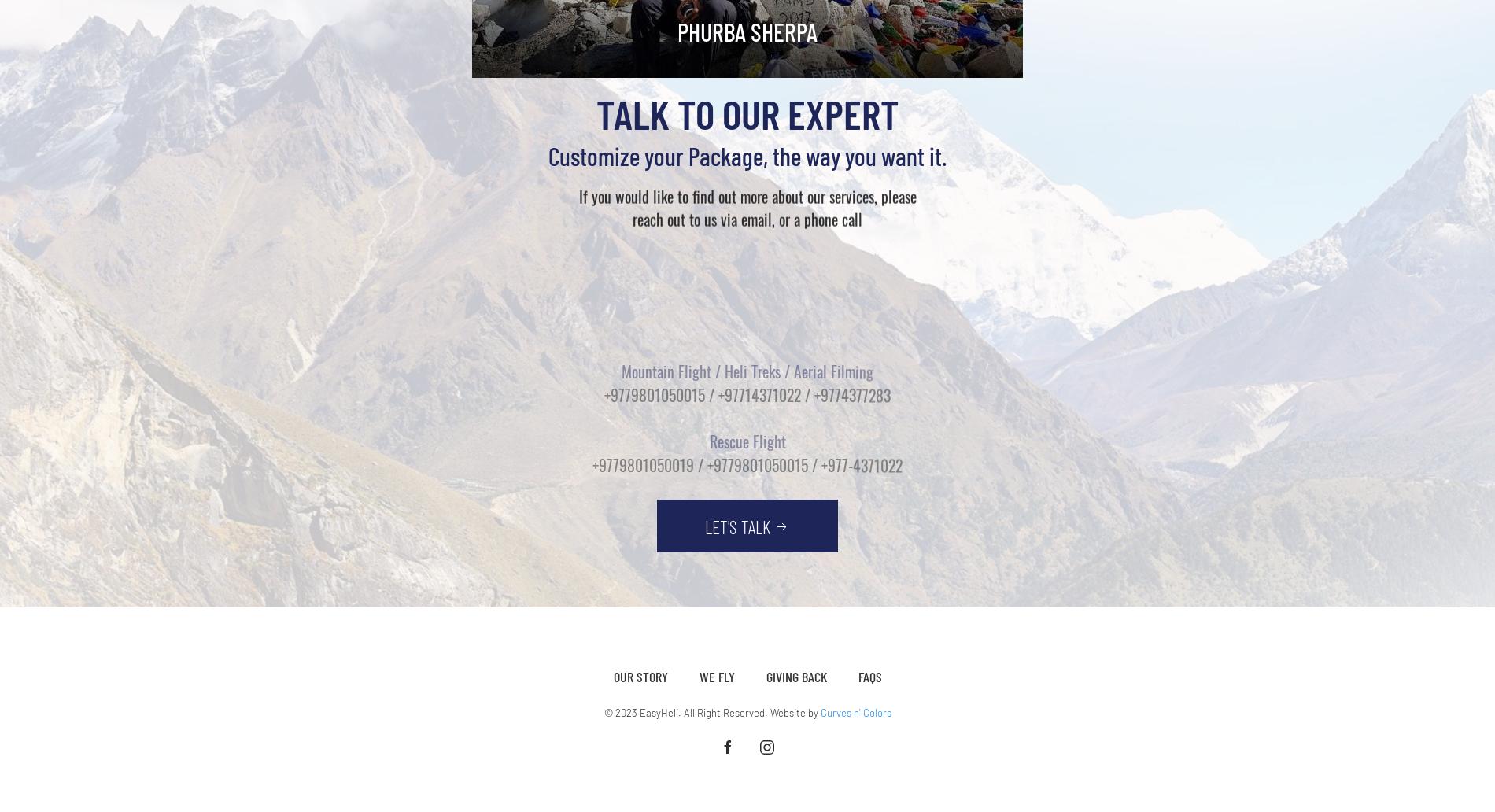 This screenshot has height=812, width=1495. Describe the element at coordinates (727, 711) in the screenshot. I see `'EasyHeli. All Right Reserved. Website by'` at that location.